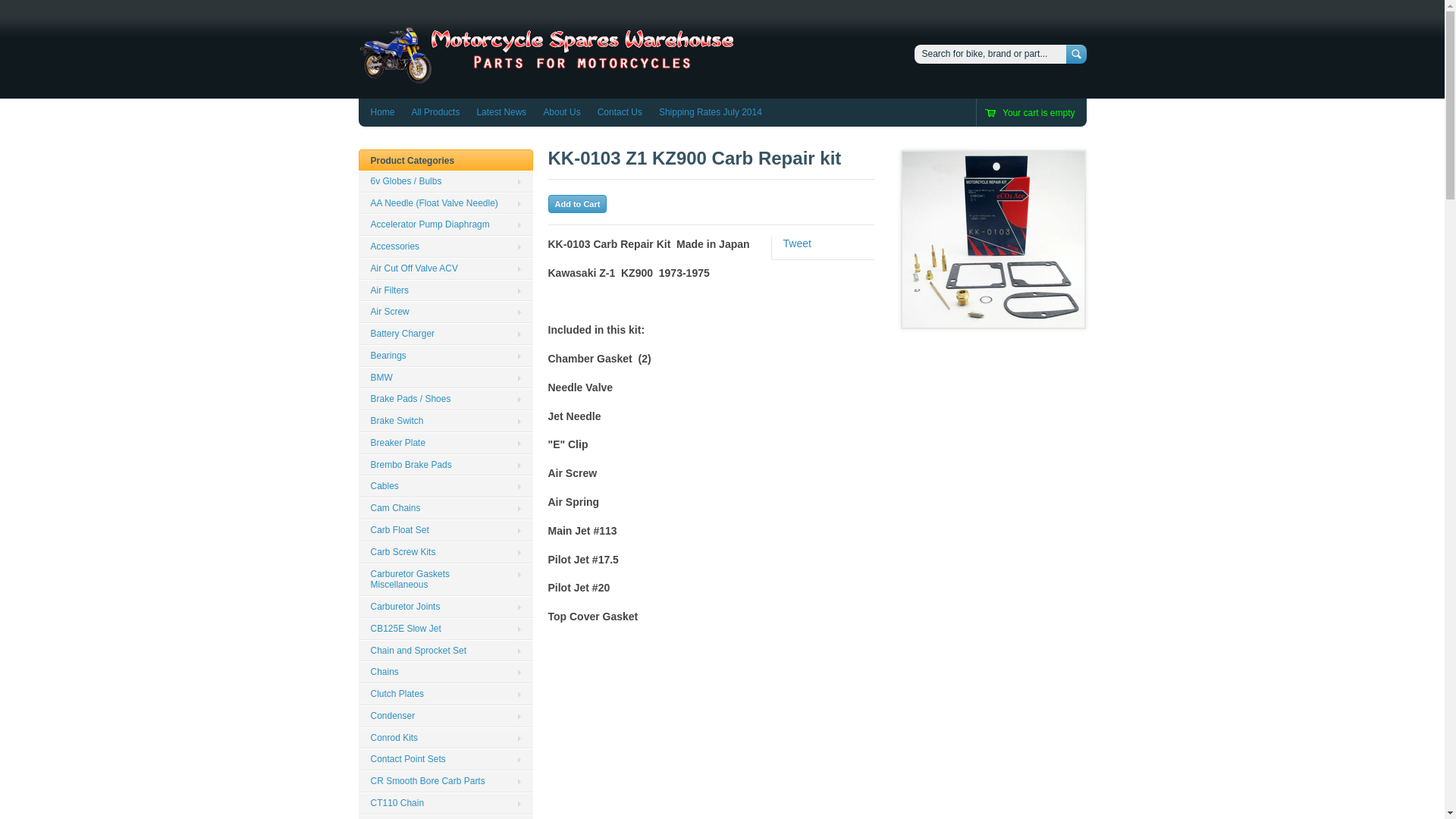 This screenshot has height=819, width=1456. Describe the element at coordinates (356, 606) in the screenshot. I see `'Carburetor Joints'` at that location.